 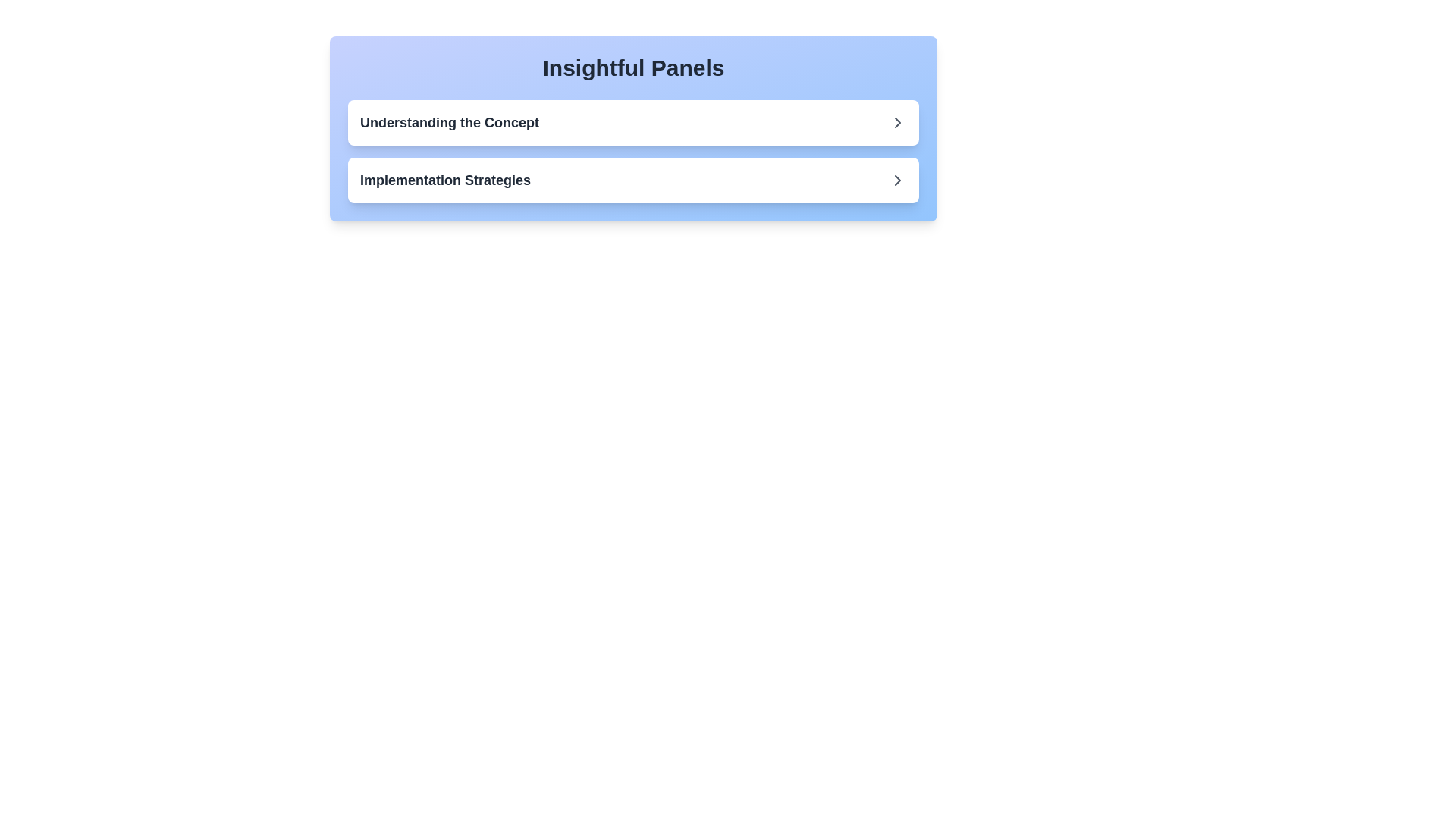 What do you see at coordinates (898, 180) in the screenshot?
I see `the right-facing chevron icon located at the far right end of the 'Implementation Strategies' row` at bounding box center [898, 180].